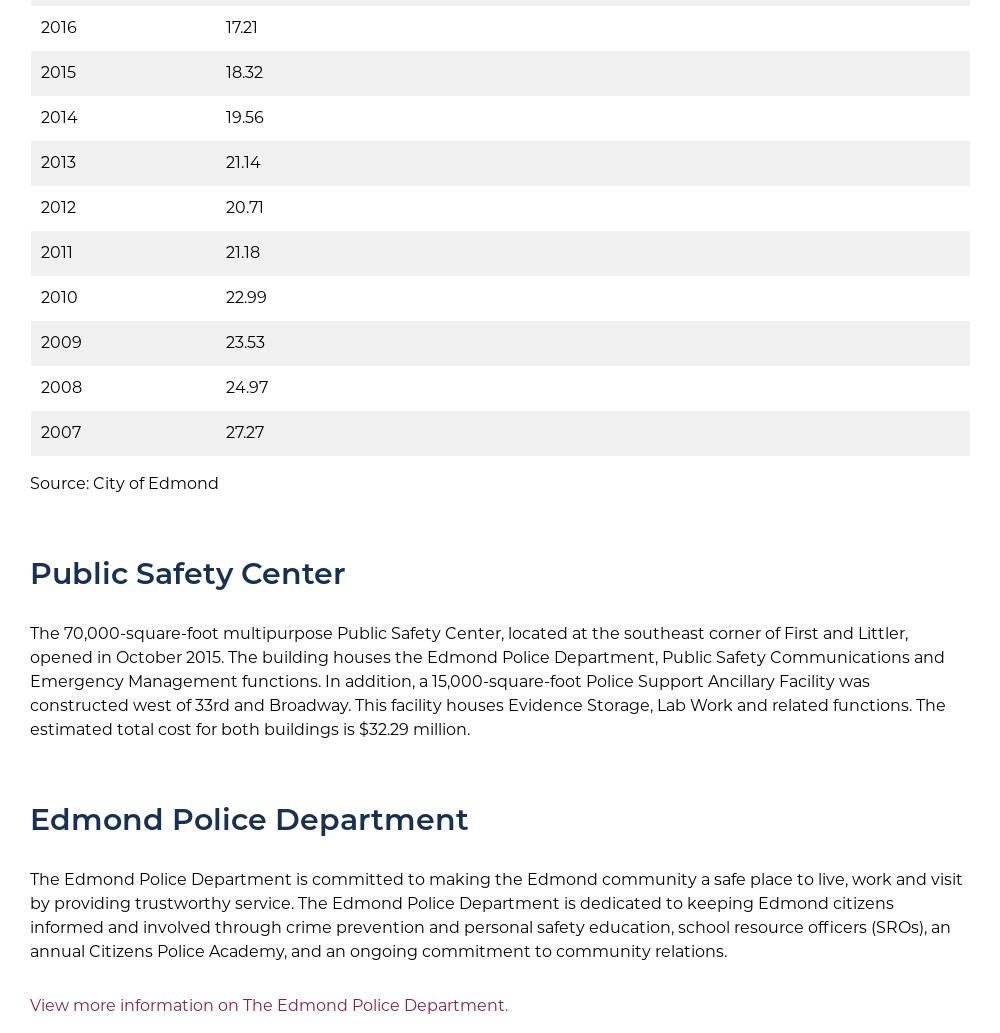 This screenshot has width=1000, height=1033. I want to click on '22.99', so click(245, 296).